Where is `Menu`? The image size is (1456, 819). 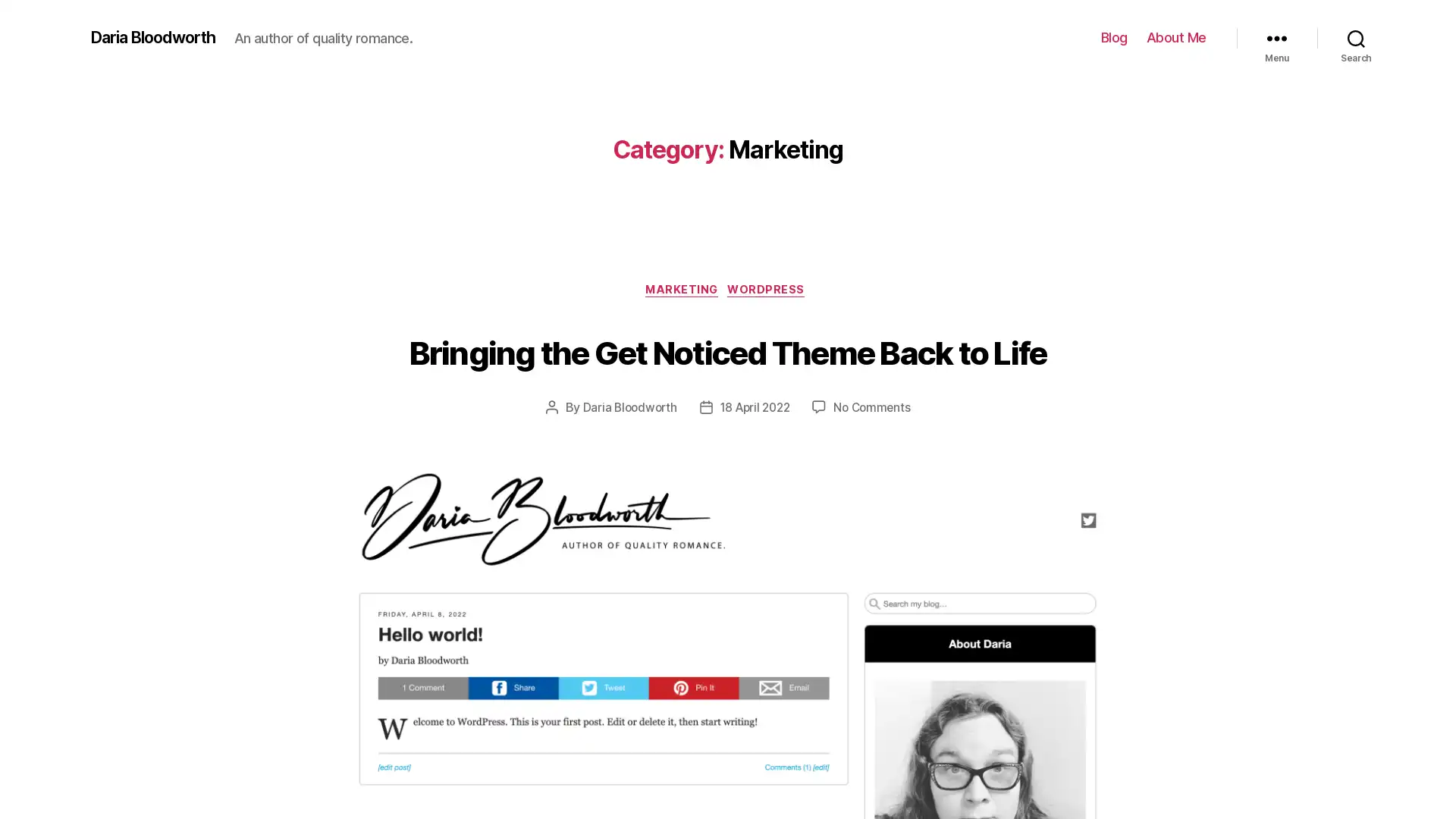 Menu is located at coordinates (1276, 37).